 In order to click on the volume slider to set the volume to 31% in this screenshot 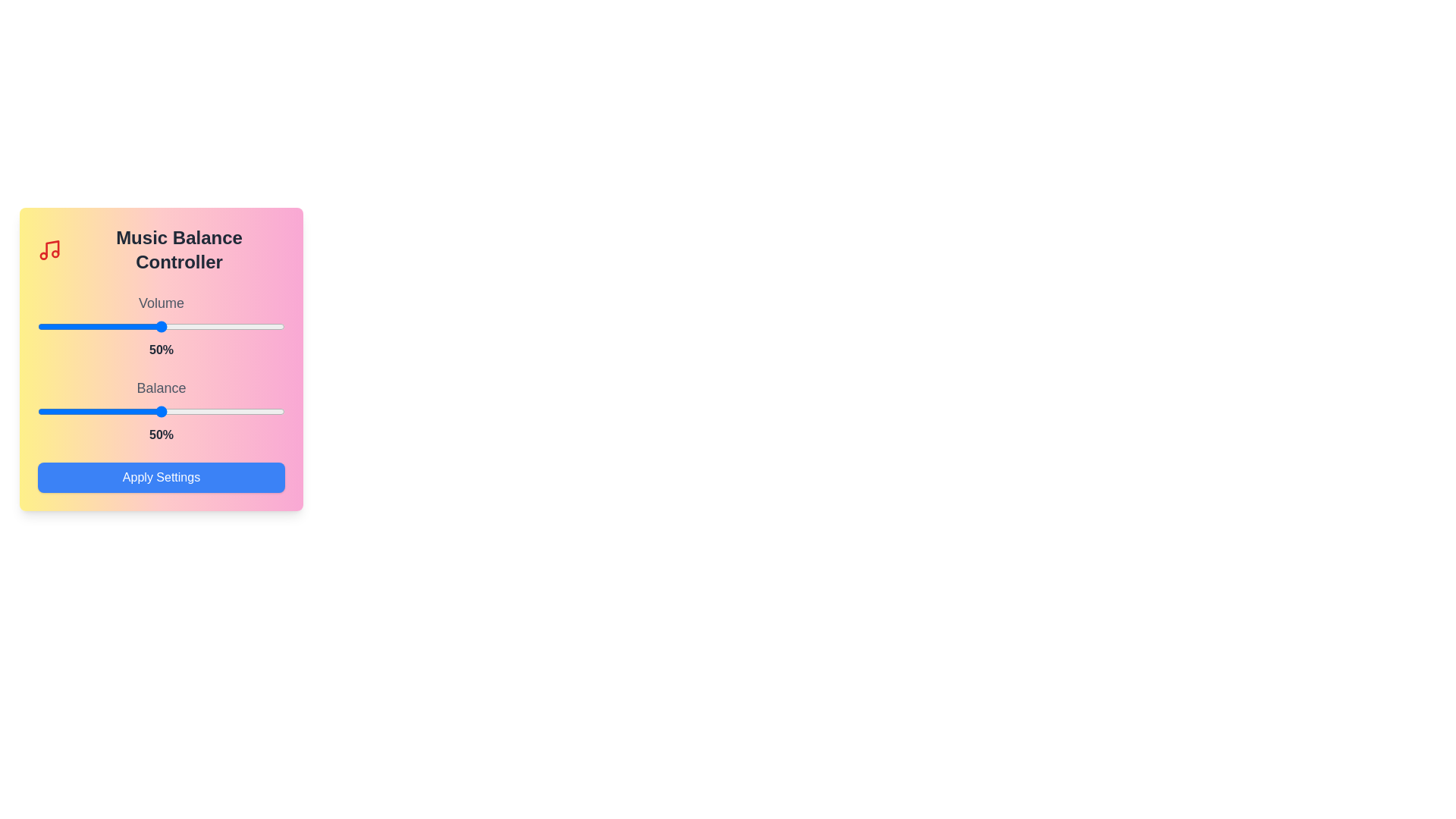, I will do `click(114, 326)`.